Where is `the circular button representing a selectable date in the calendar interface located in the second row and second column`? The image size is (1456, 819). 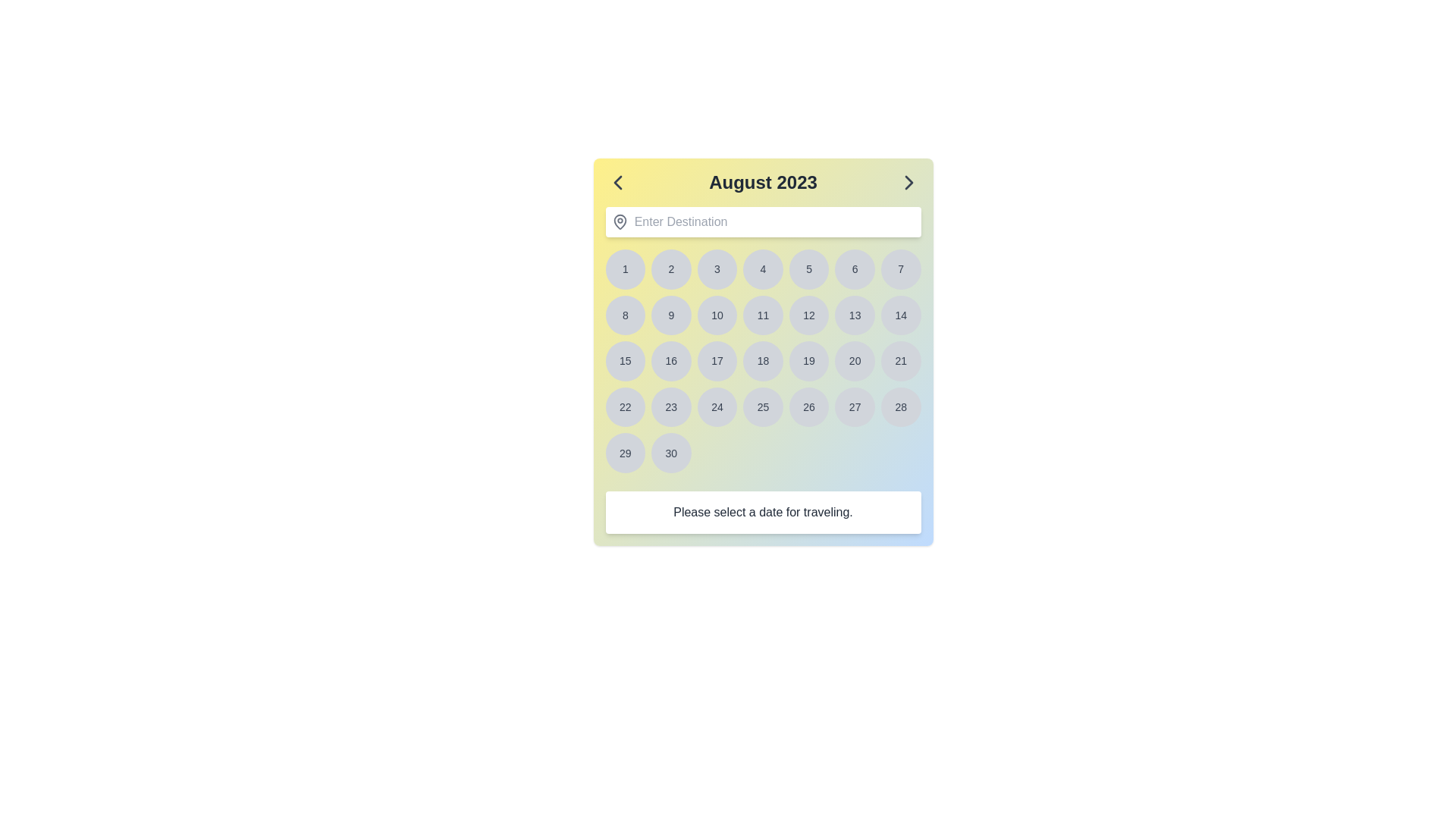 the circular button representing a selectable date in the calendar interface located in the second row and second column is located at coordinates (670, 314).